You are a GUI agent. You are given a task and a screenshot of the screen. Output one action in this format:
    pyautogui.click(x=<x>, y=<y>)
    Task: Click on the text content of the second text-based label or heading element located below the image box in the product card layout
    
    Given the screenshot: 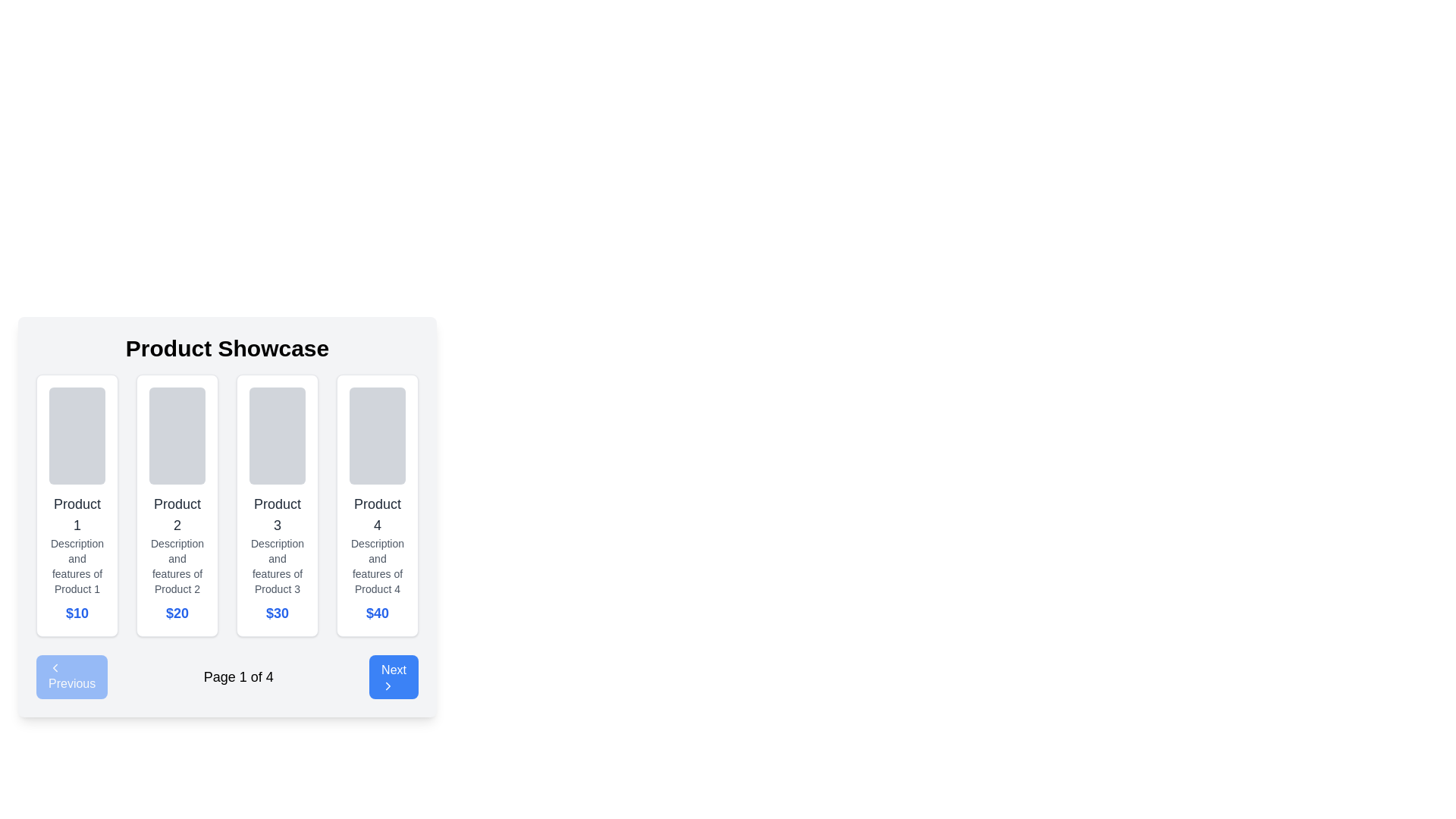 What is the action you would take?
    pyautogui.click(x=277, y=513)
    